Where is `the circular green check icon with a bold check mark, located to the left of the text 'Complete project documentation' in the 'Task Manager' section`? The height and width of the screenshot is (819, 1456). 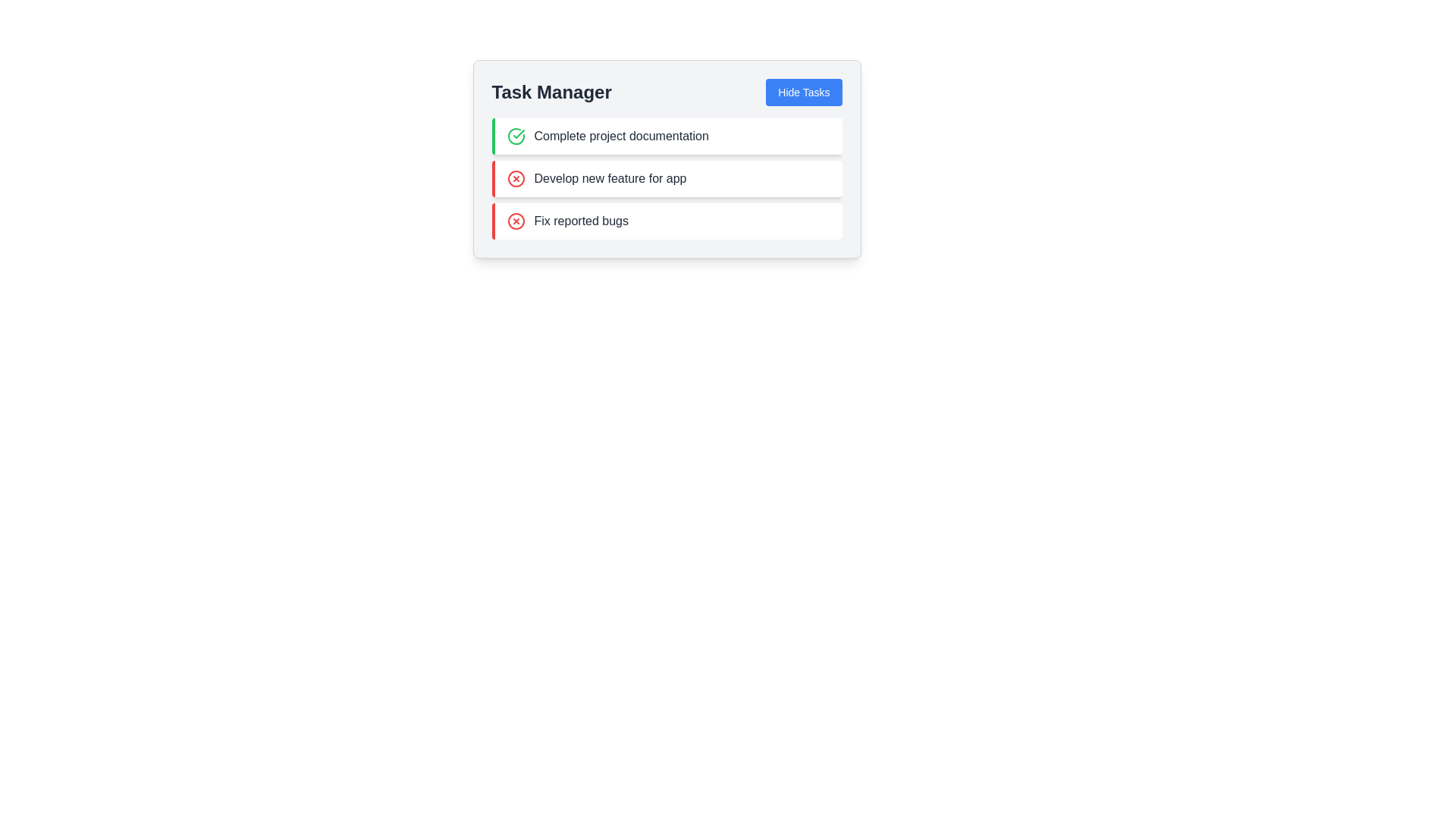
the circular green check icon with a bold check mark, located to the left of the text 'Complete project documentation' in the 'Task Manager' section is located at coordinates (516, 136).